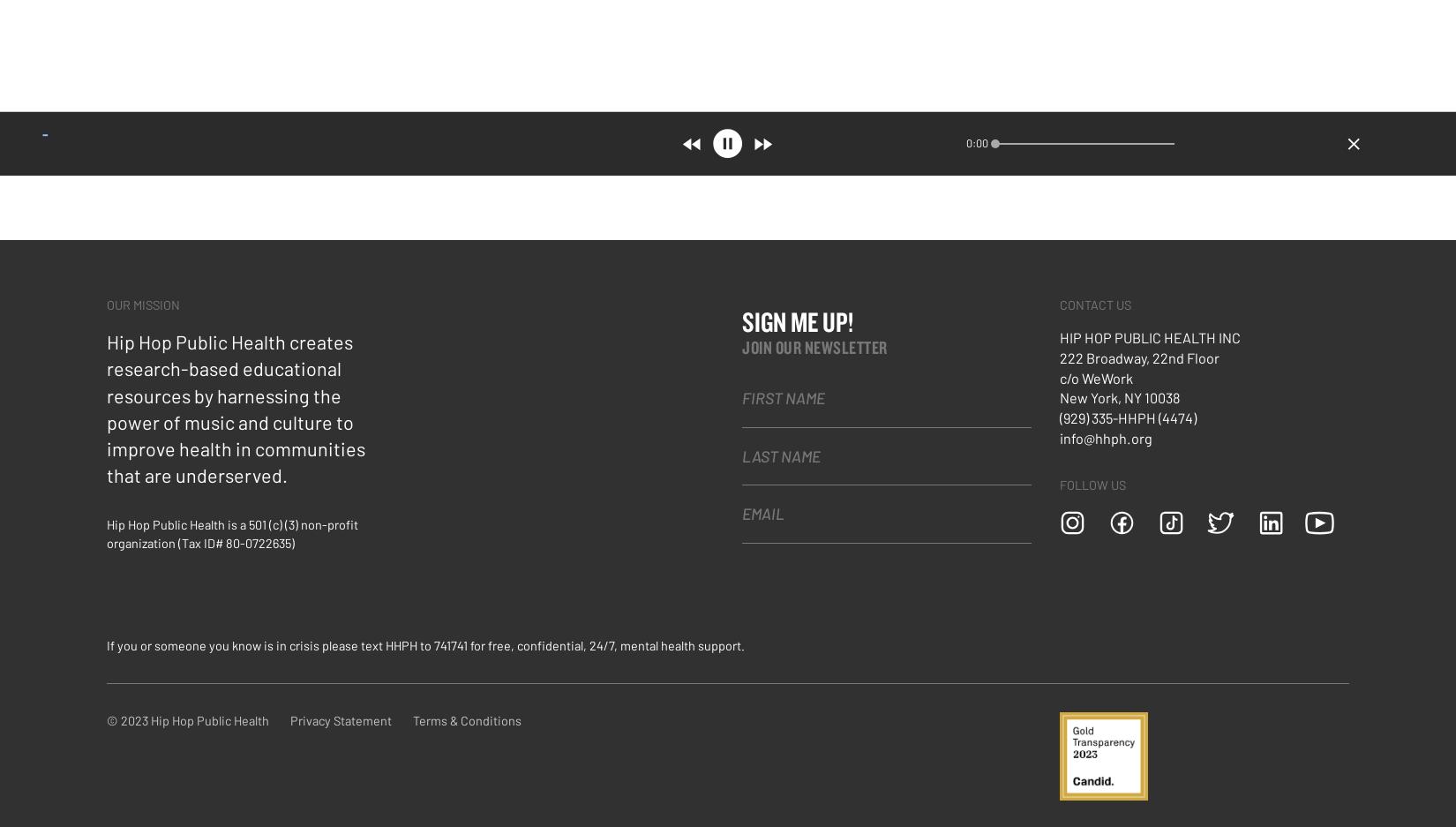 The image size is (1456, 827). Describe the element at coordinates (1060, 417) in the screenshot. I see `'(929) 335-HHPH (4474)'` at that location.